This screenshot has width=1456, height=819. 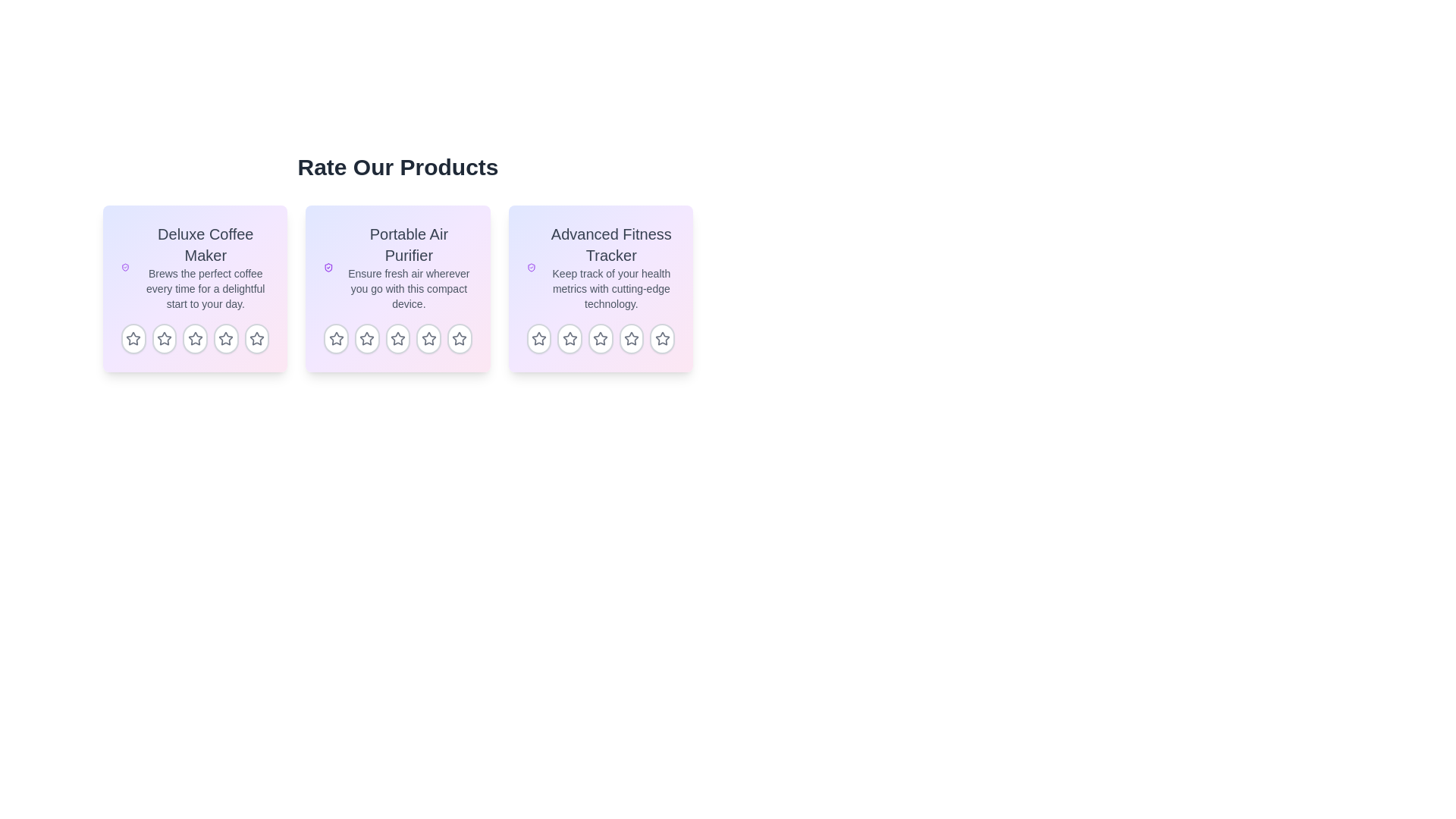 What do you see at coordinates (367, 337) in the screenshot?
I see `the second star icon from the left` at bounding box center [367, 337].